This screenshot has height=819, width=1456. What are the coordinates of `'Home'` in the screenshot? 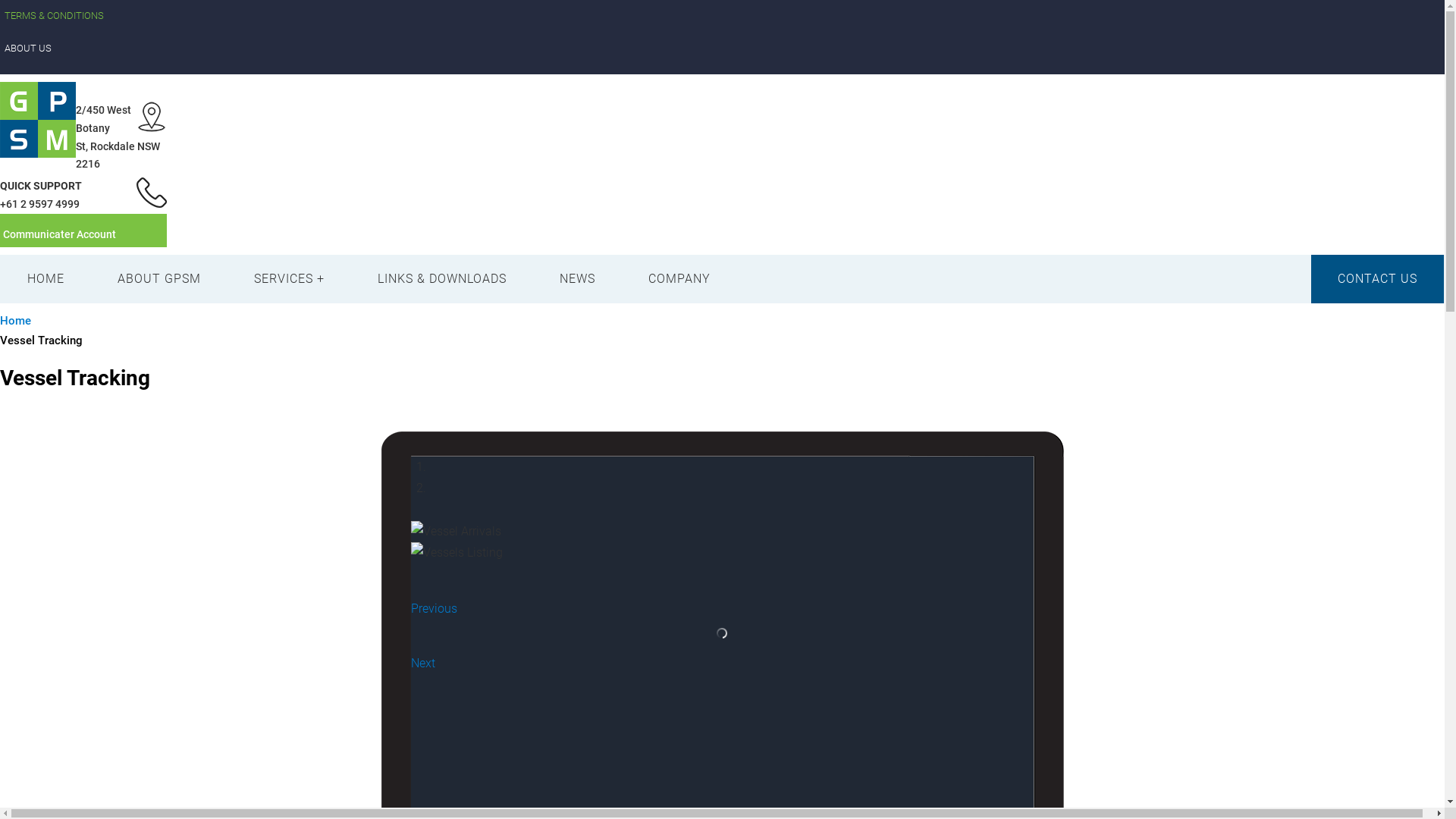 It's located at (15, 320).